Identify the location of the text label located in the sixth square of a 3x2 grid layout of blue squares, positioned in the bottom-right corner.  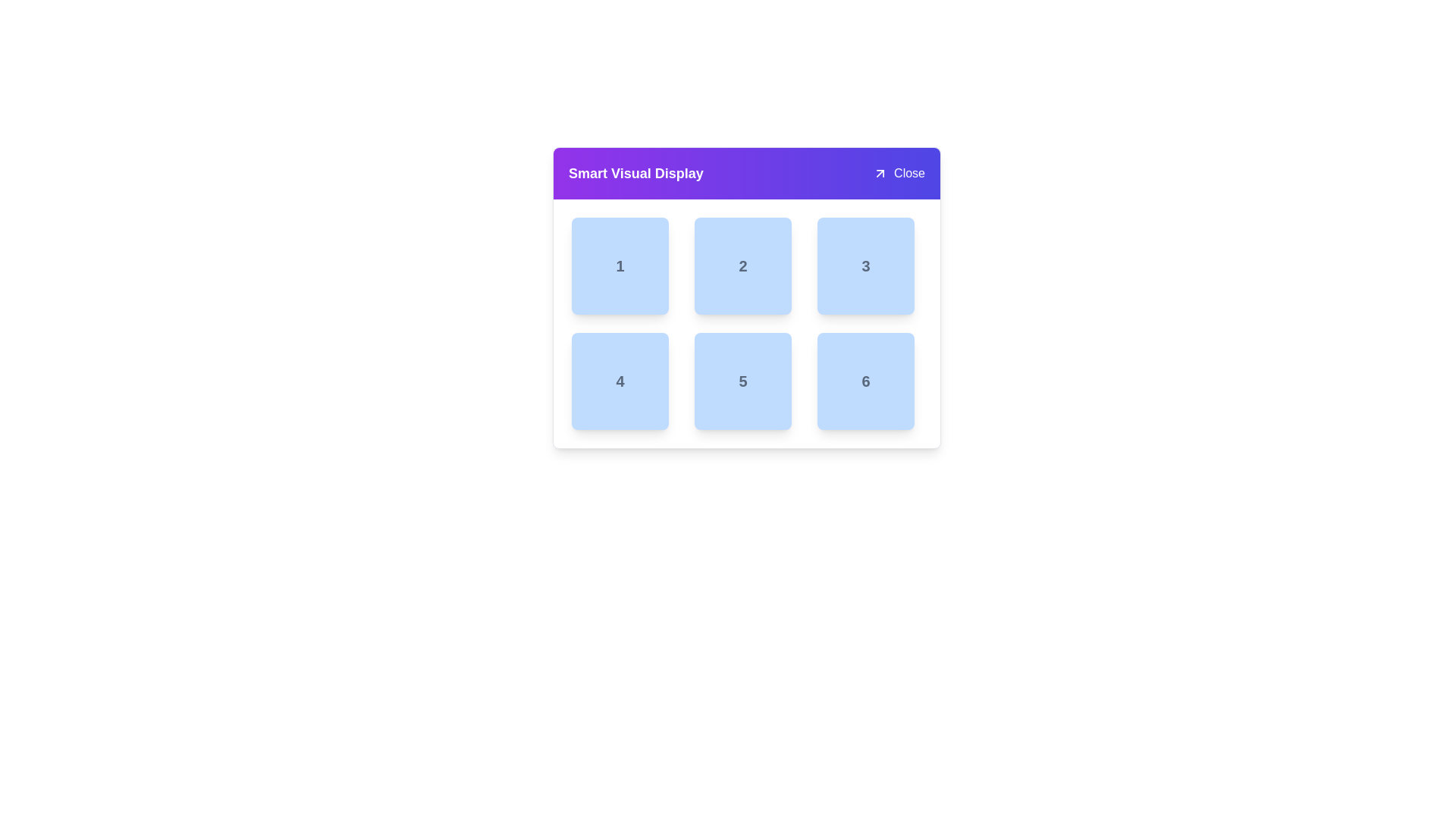
(866, 380).